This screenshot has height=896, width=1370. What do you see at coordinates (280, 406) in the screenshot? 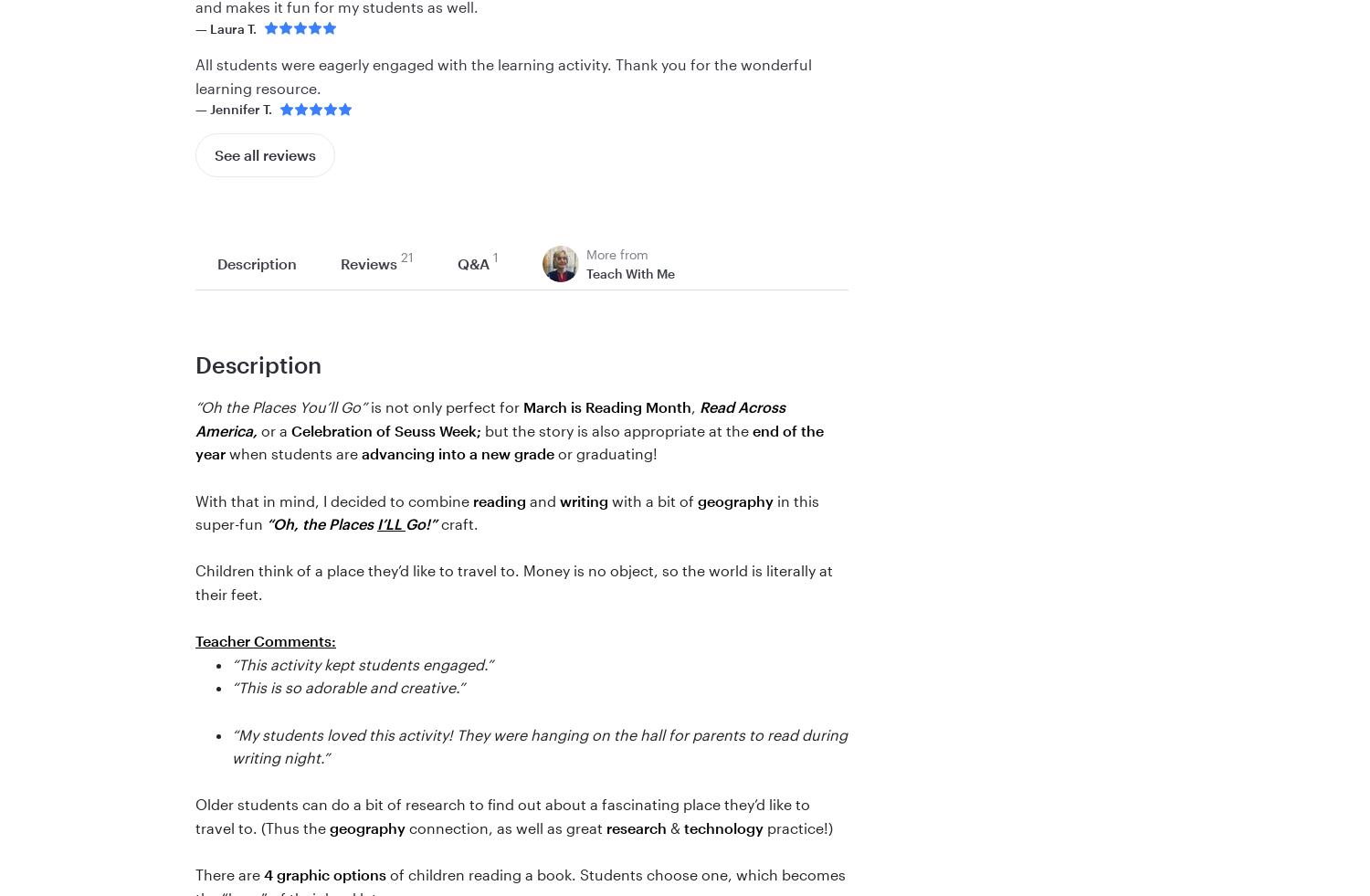
I see `'“Oh the Places You’ll Go”'` at bounding box center [280, 406].